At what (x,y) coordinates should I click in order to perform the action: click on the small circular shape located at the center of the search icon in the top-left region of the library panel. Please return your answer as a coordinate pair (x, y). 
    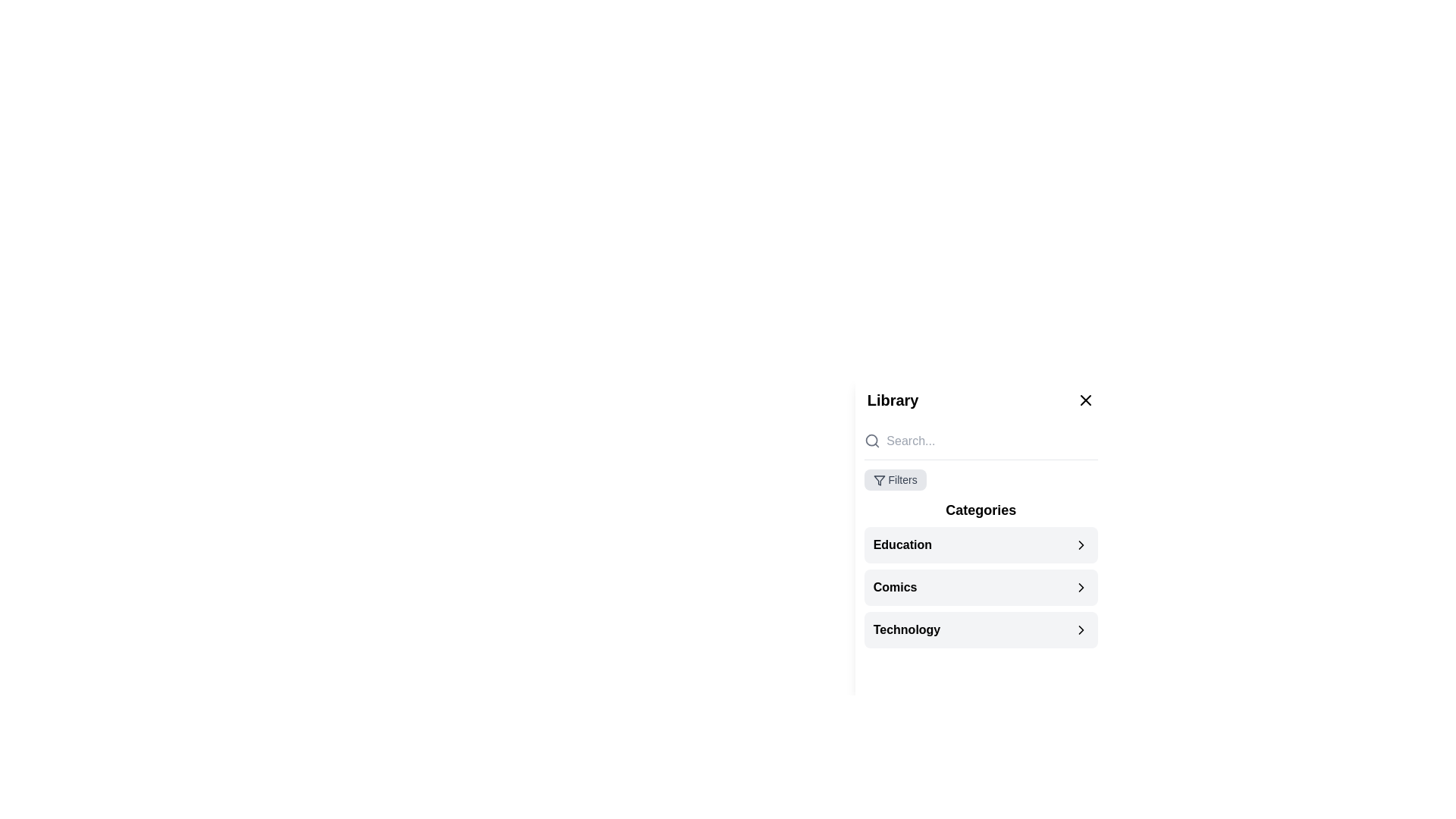
    Looking at the image, I should click on (871, 441).